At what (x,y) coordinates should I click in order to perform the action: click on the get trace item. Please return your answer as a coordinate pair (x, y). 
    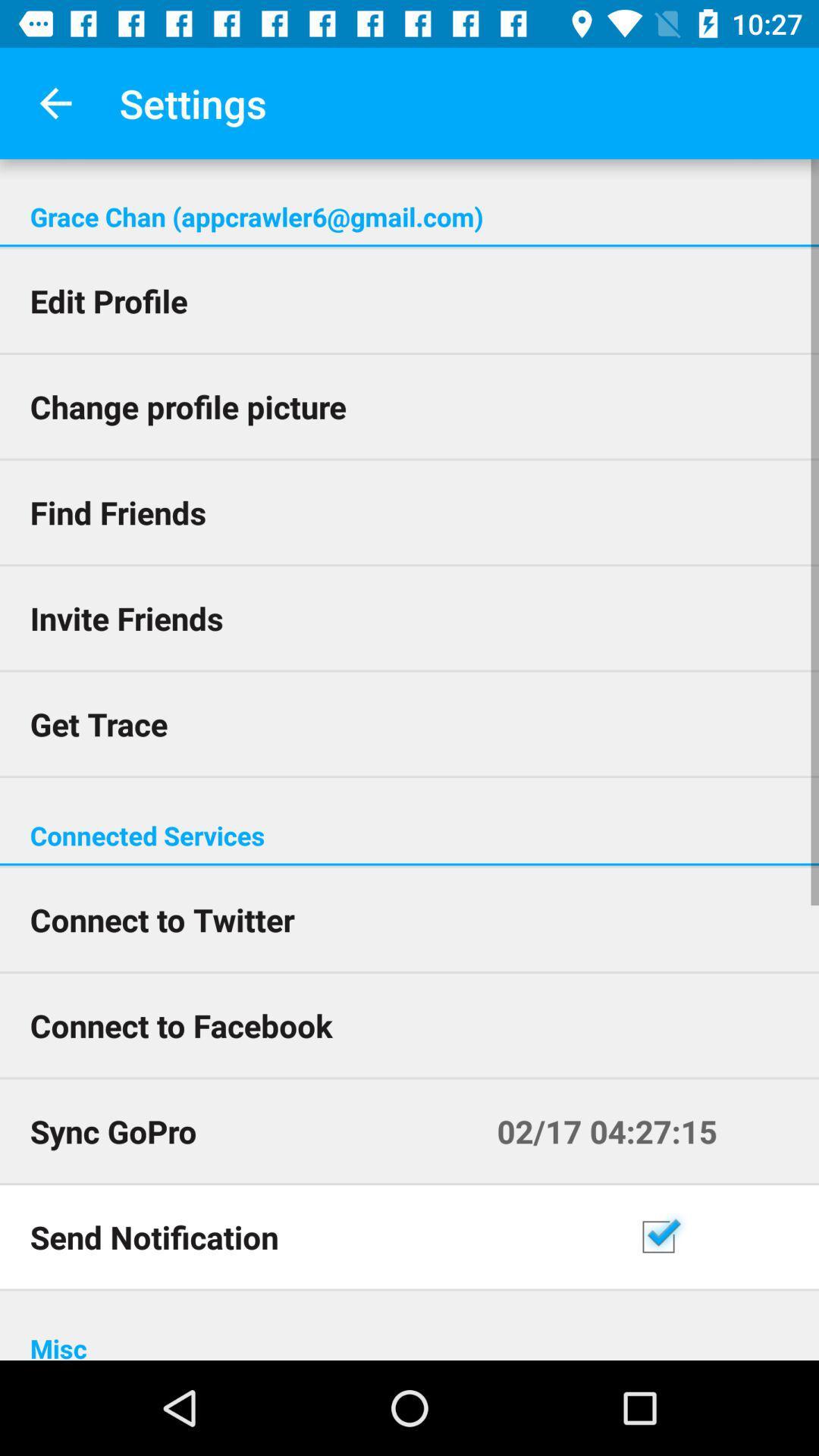
    Looking at the image, I should click on (409, 723).